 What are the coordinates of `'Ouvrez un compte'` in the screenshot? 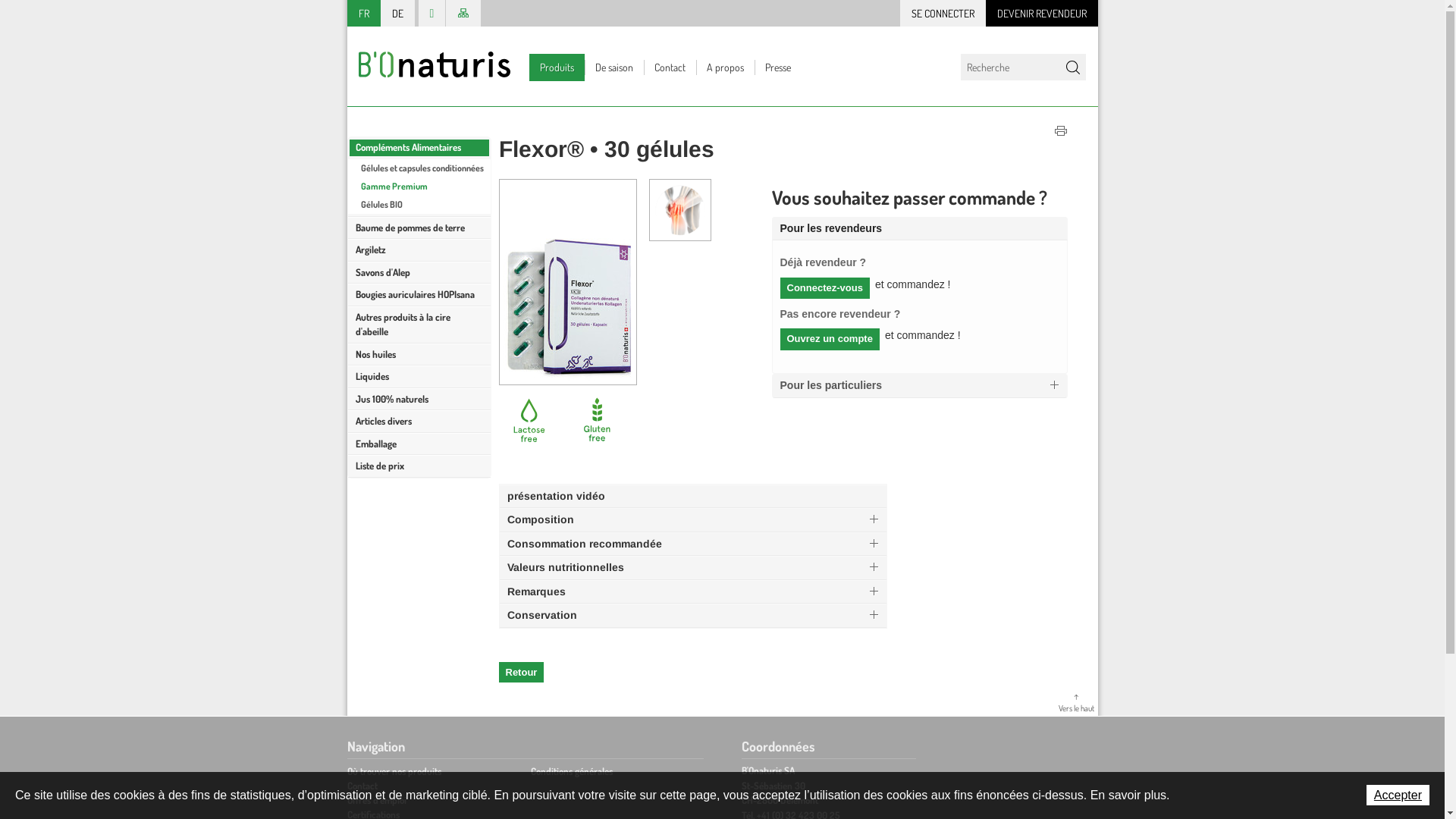 It's located at (828, 338).